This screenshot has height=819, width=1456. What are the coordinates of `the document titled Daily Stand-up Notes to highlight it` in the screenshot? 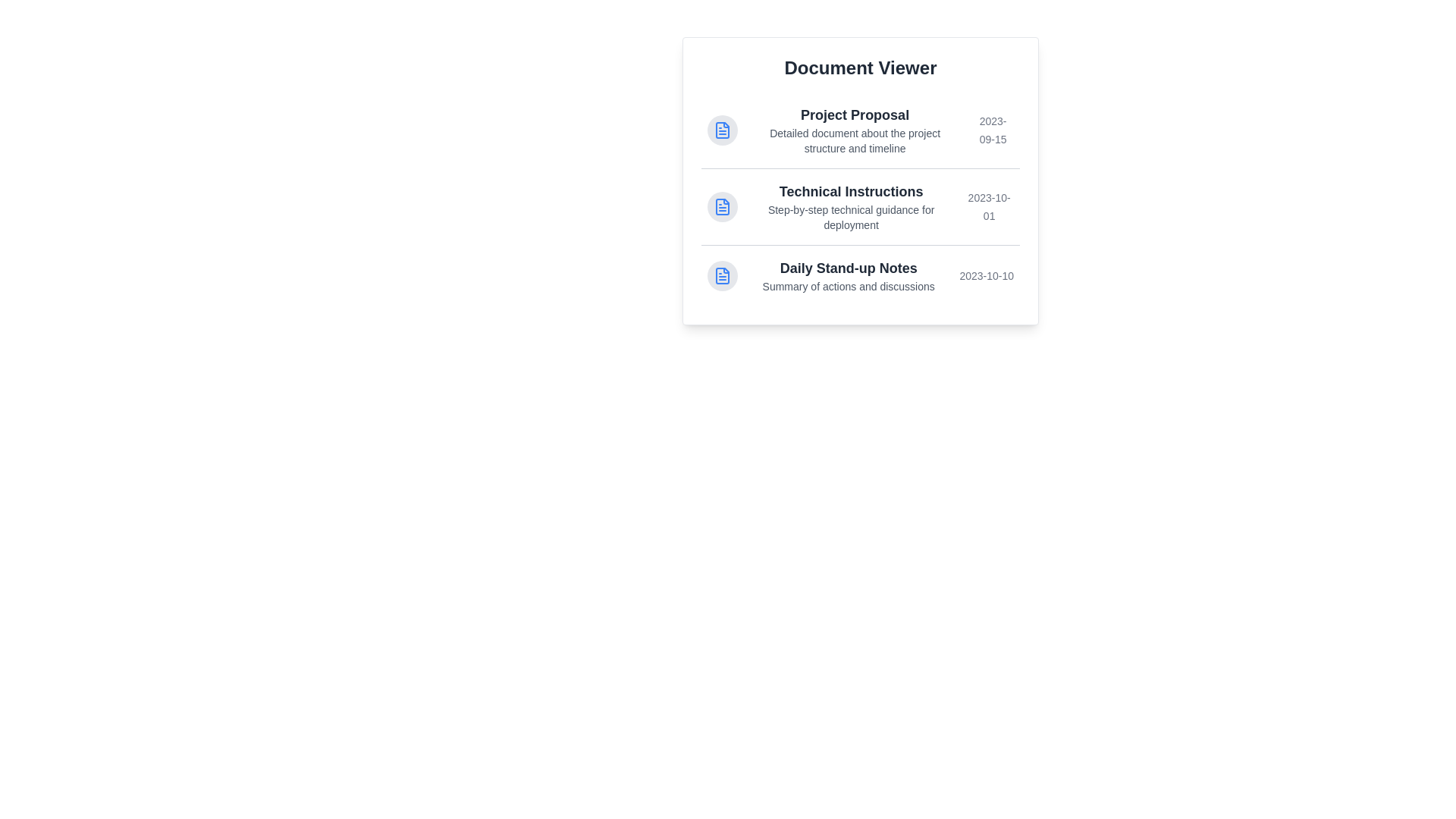 It's located at (860, 275).